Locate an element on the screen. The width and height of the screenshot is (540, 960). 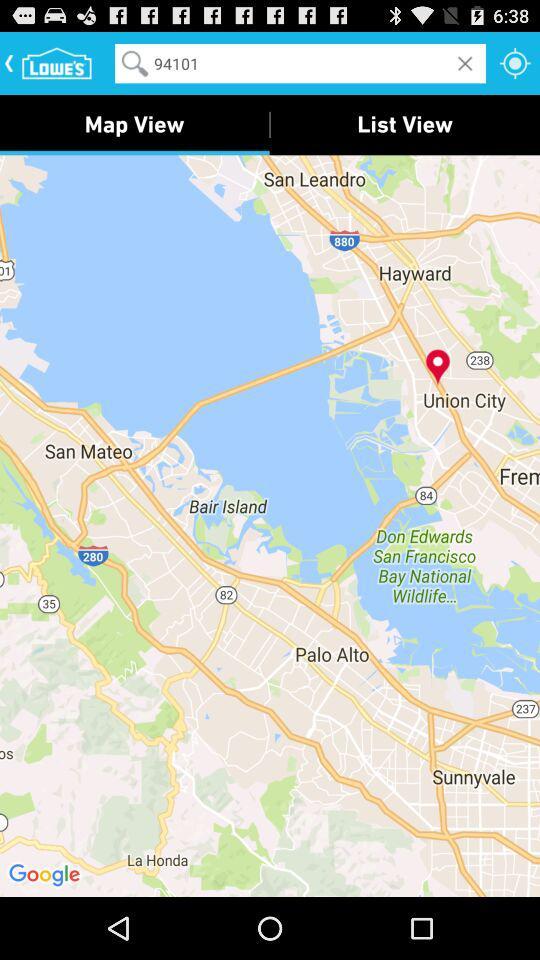
the icon above list view item is located at coordinates (515, 62).